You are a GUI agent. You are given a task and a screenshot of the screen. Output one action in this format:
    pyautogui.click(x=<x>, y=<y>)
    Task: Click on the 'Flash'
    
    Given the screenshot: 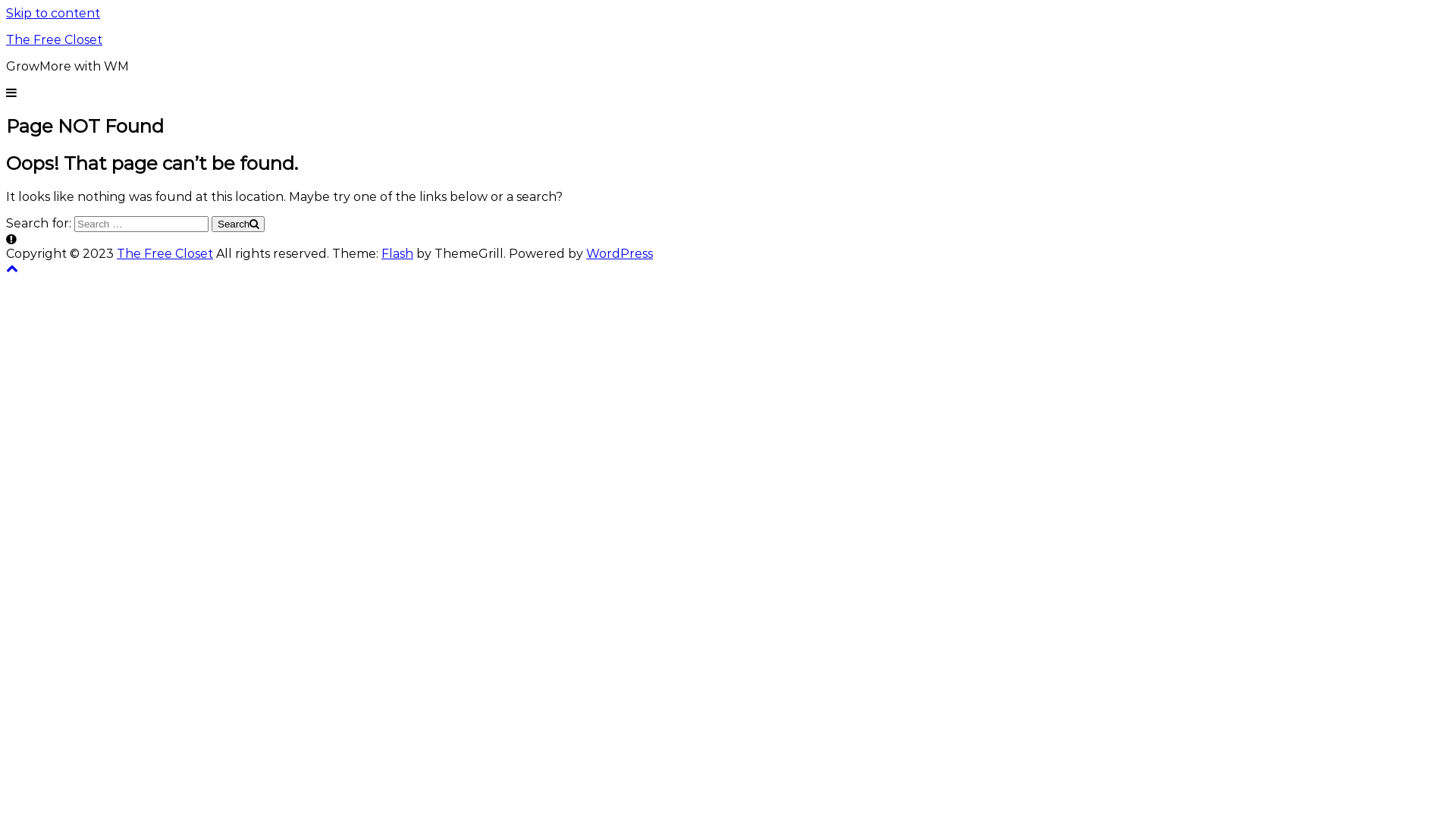 What is the action you would take?
    pyautogui.click(x=397, y=253)
    